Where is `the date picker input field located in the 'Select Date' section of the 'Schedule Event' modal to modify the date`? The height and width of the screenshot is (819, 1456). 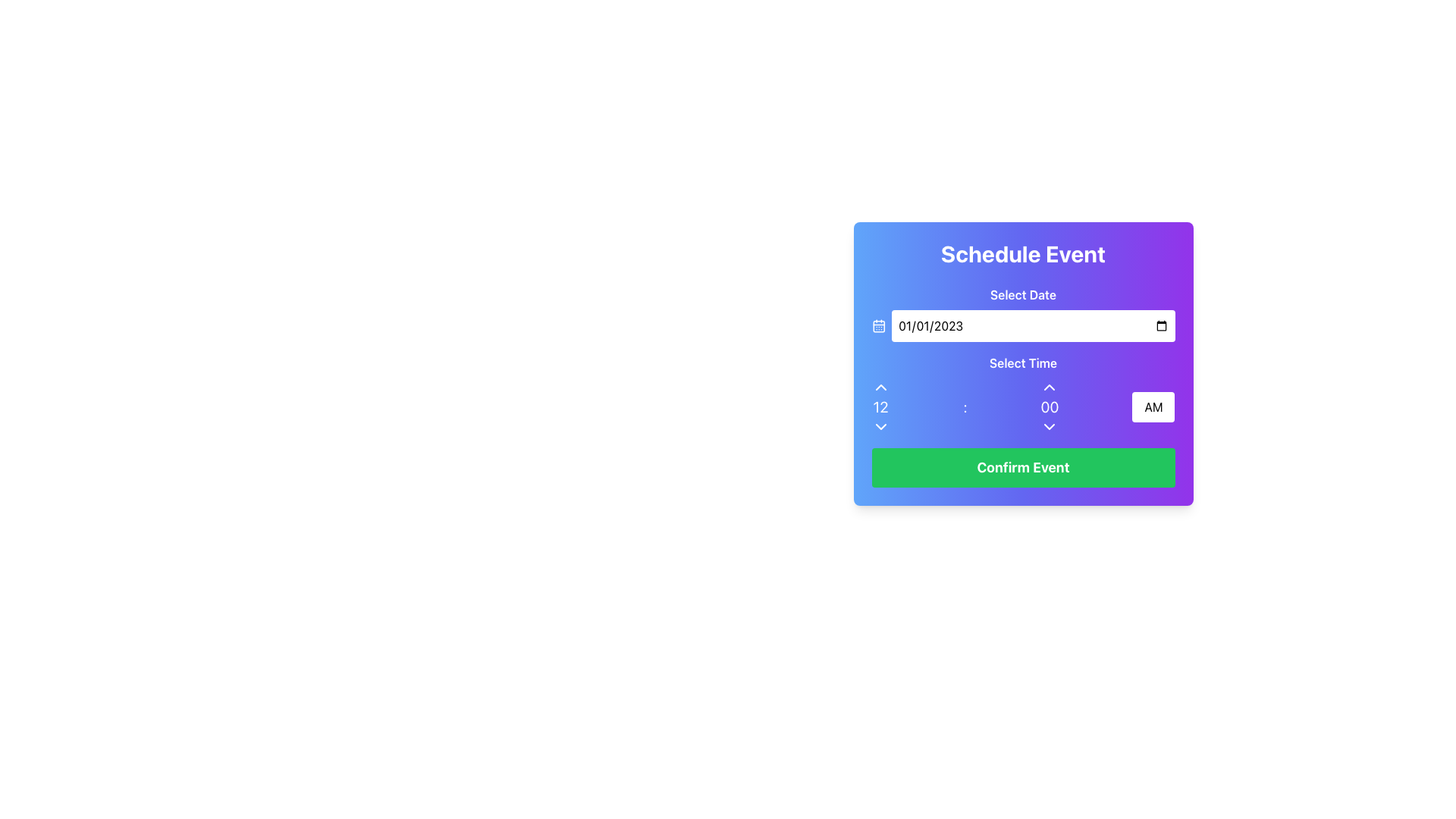
the date picker input field located in the 'Select Date' section of the 'Schedule Event' modal to modify the date is located at coordinates (1023, 325).